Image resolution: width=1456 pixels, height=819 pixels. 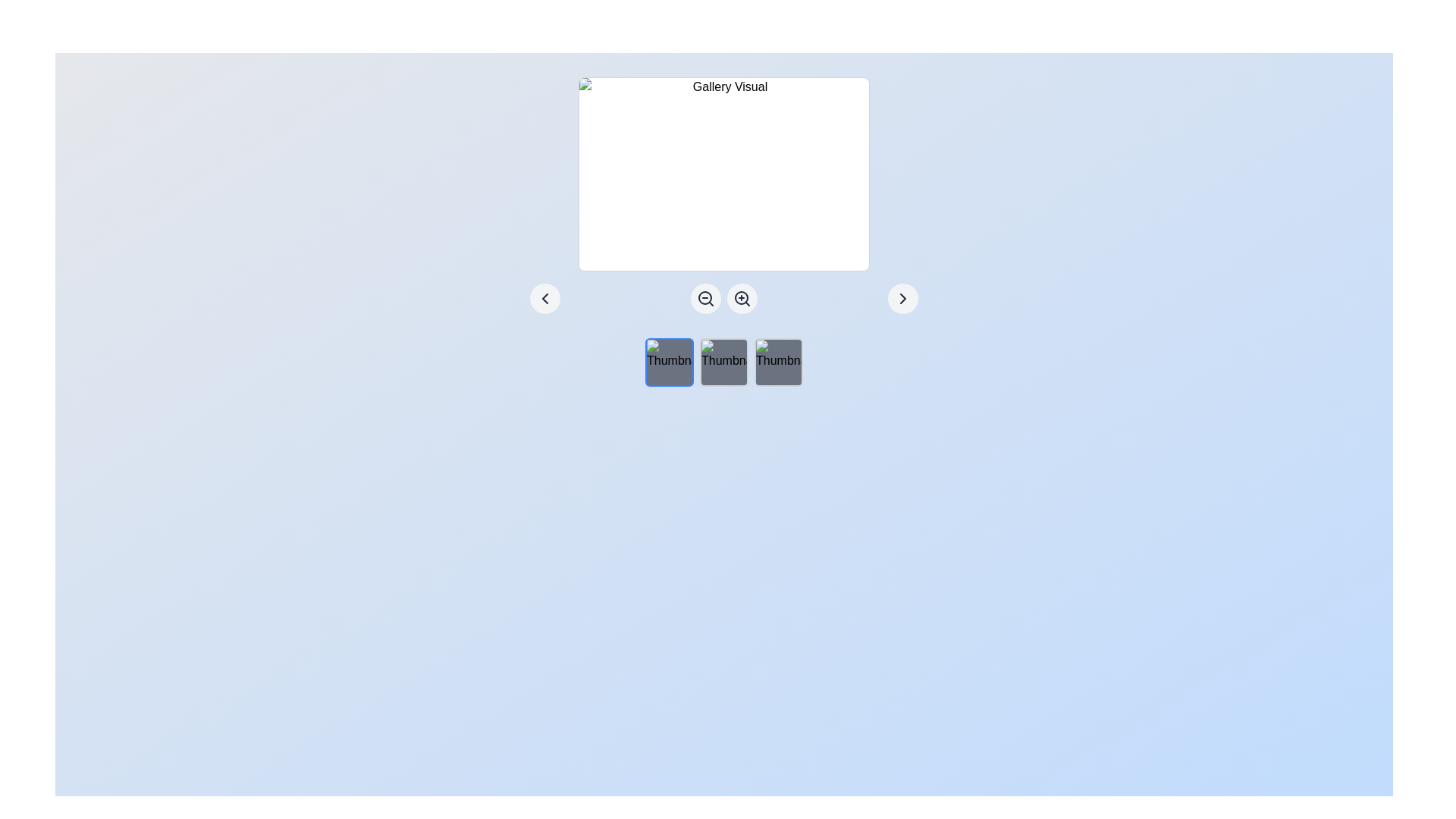 What do you see at coordinates (723, 362) in the screenshot?
I see `the middle thumbnail in the horizontal list of three thumbnails` at bounding box center [723, 362].